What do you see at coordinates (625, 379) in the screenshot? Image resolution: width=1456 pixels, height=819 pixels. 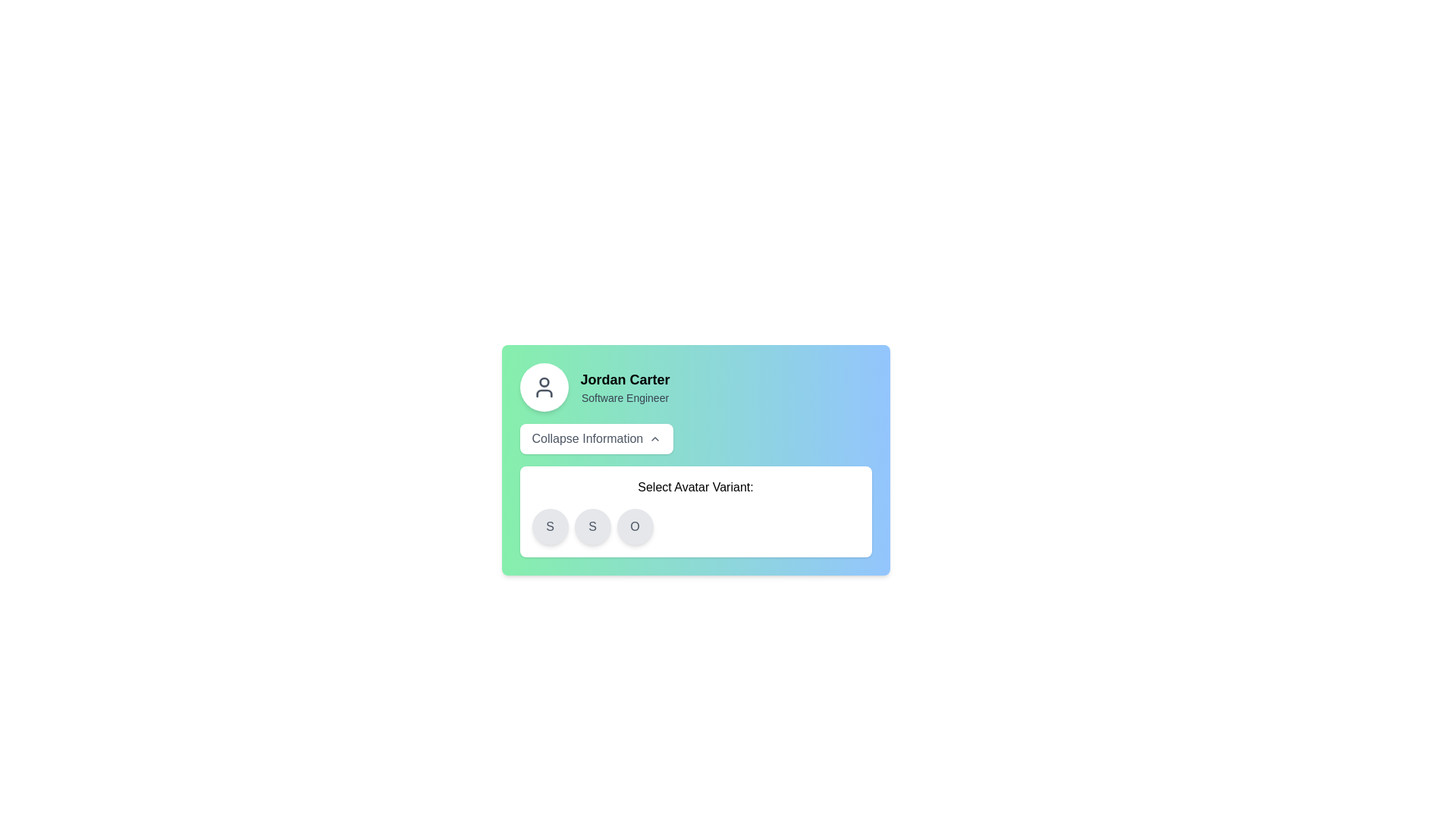 I see `the text label displaying the name 'Jordan Carter', which is centrally positioned above the text 'Software Engineer' in the profile section` at bounding box center [625, 379].